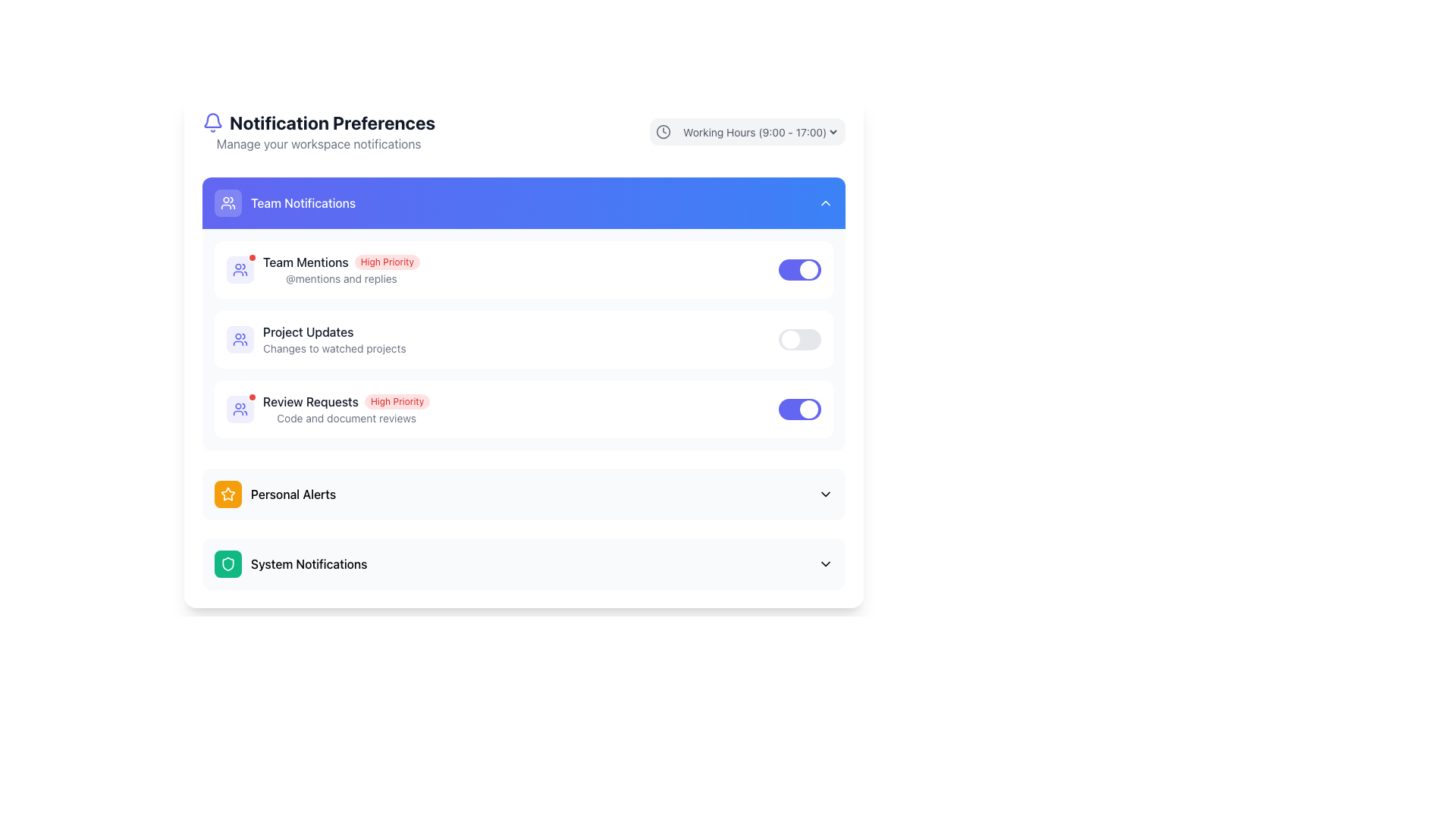 The height and width of the screenshot is (819, 1456). What do you see at coordinates (212, 120) in the screenshot?
I see `the blue bell icon representing notifications, located near the top-left corner of the UI, adjacent to the 'Notification Preferences' title` at bounding box center [212, 120].